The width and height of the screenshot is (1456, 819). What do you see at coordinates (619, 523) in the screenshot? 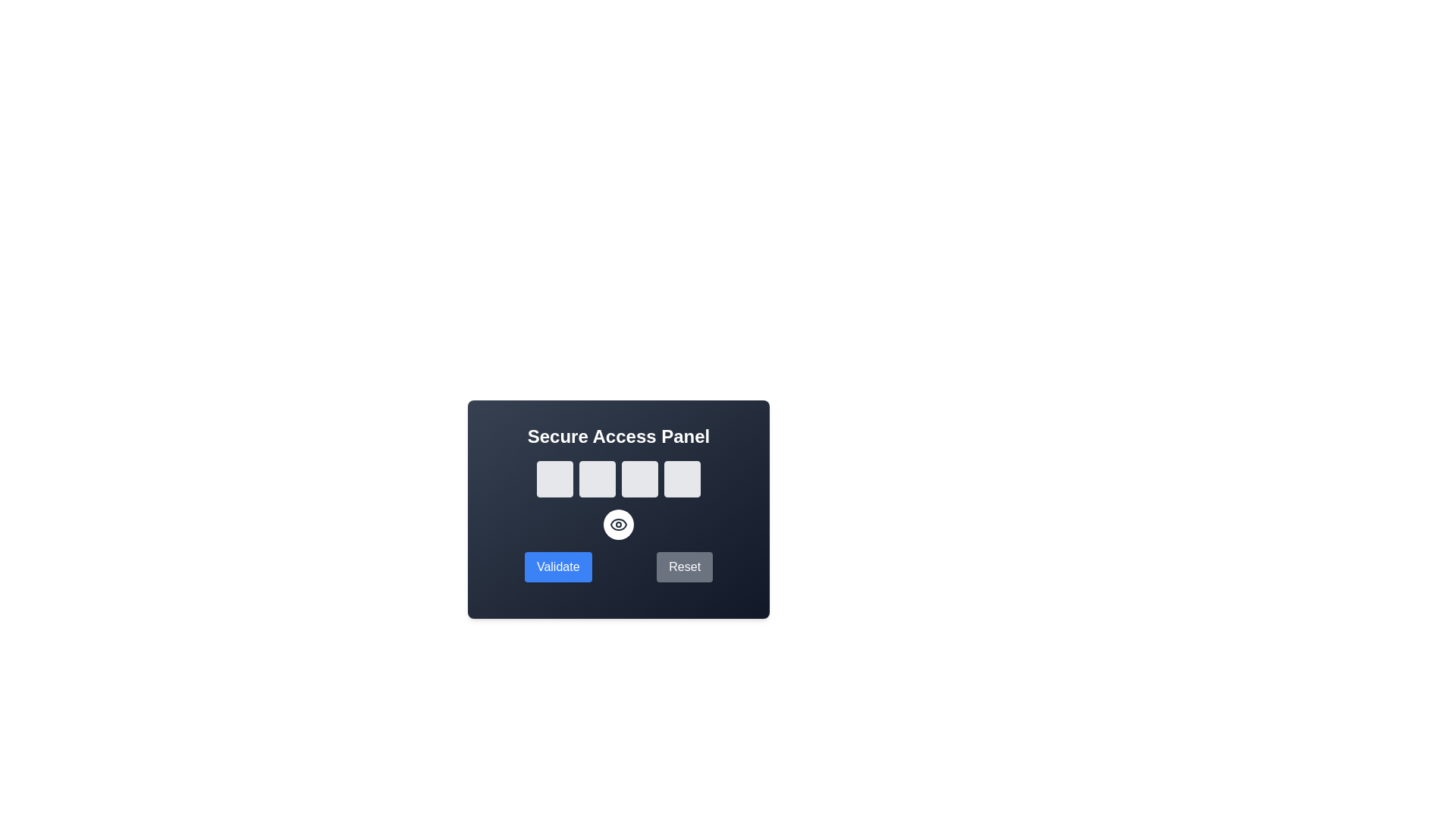
I see `the circular white button with a dark gray eye icon by tabbing to it` at bounding box center [619, 523].